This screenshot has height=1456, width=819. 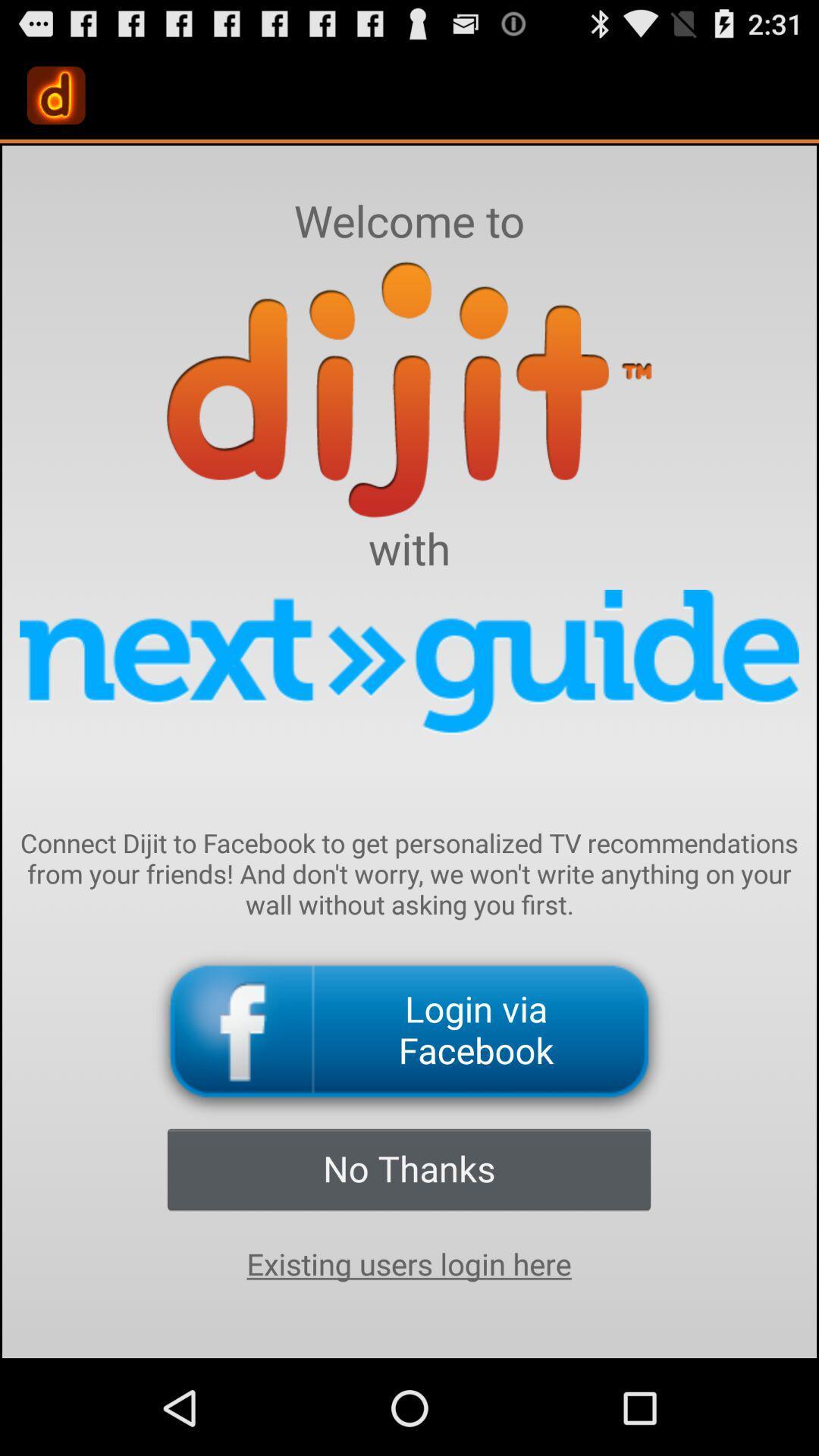 What do you see at coordinates (408, 1168) in the screenshot?
I see `icon below login via facebook icon` at bounding box center [408, 1168].